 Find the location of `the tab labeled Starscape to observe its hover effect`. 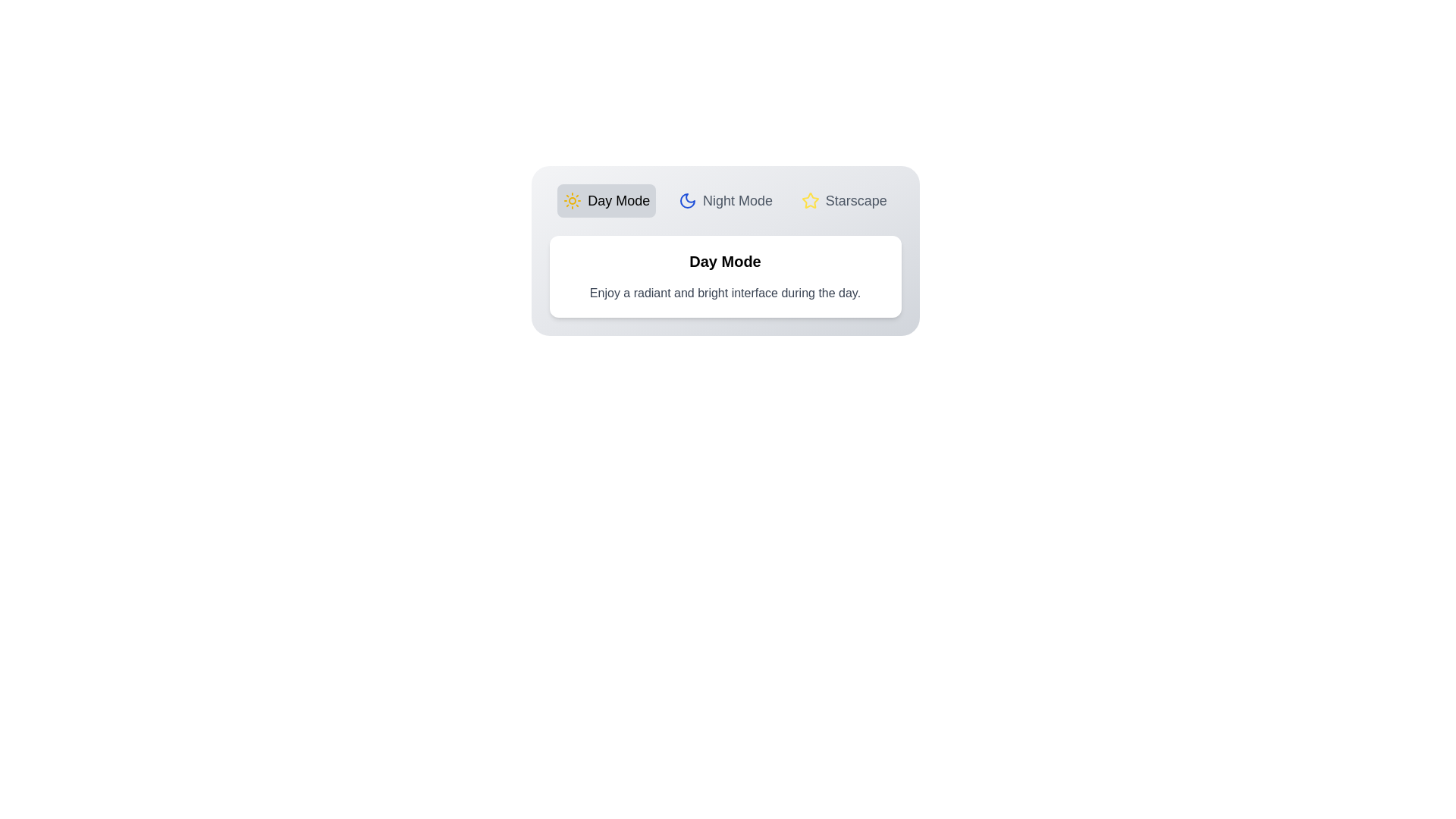

the tab labeled Starscape to observe its hover effect is located at coordinates (843, 200).